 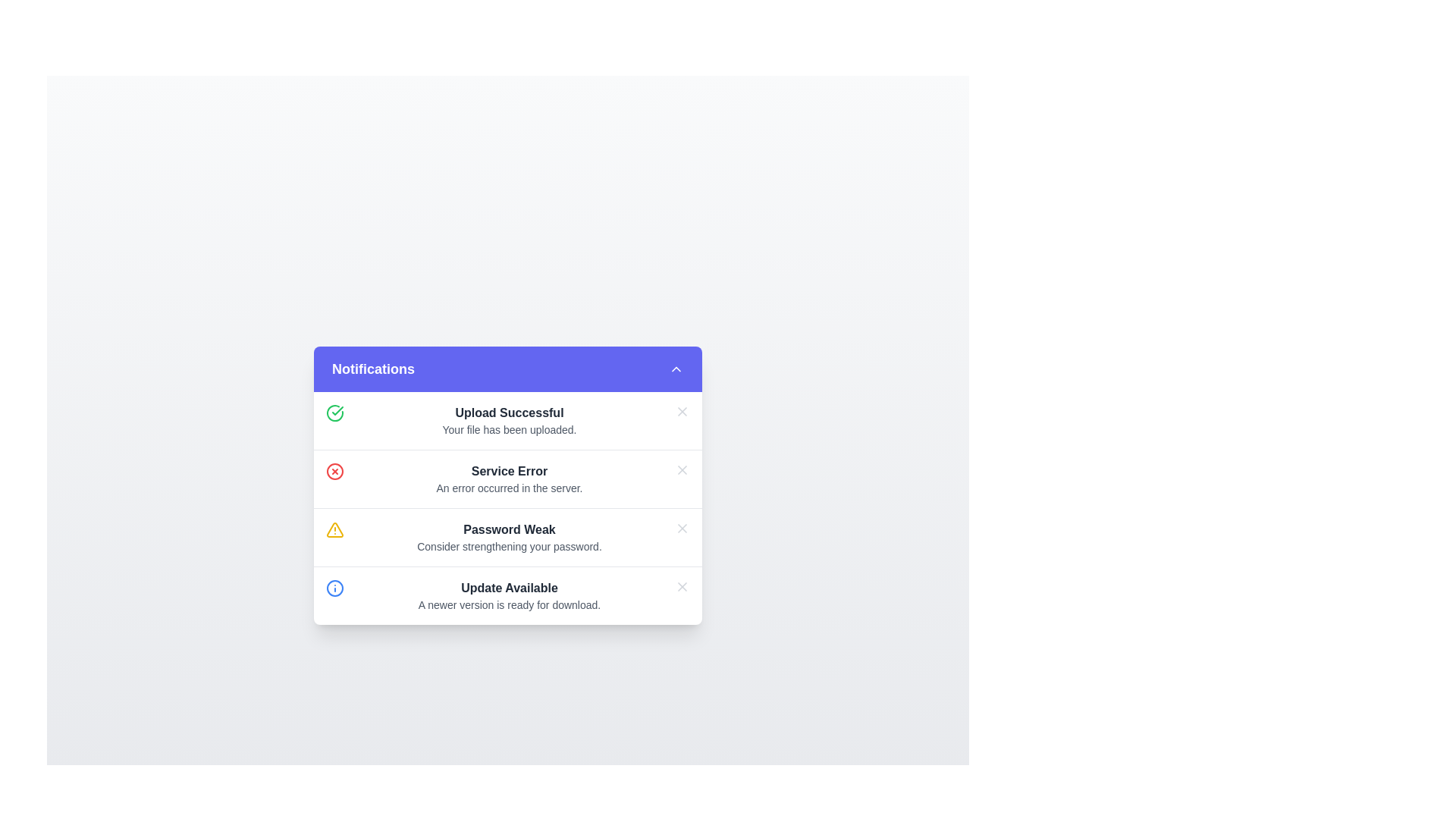 I want to click on the 'Upload Successful' text label in the notification card, which is displayed in bold dark gray font and is the first line in the notification panel, so click(x=510, y=412).